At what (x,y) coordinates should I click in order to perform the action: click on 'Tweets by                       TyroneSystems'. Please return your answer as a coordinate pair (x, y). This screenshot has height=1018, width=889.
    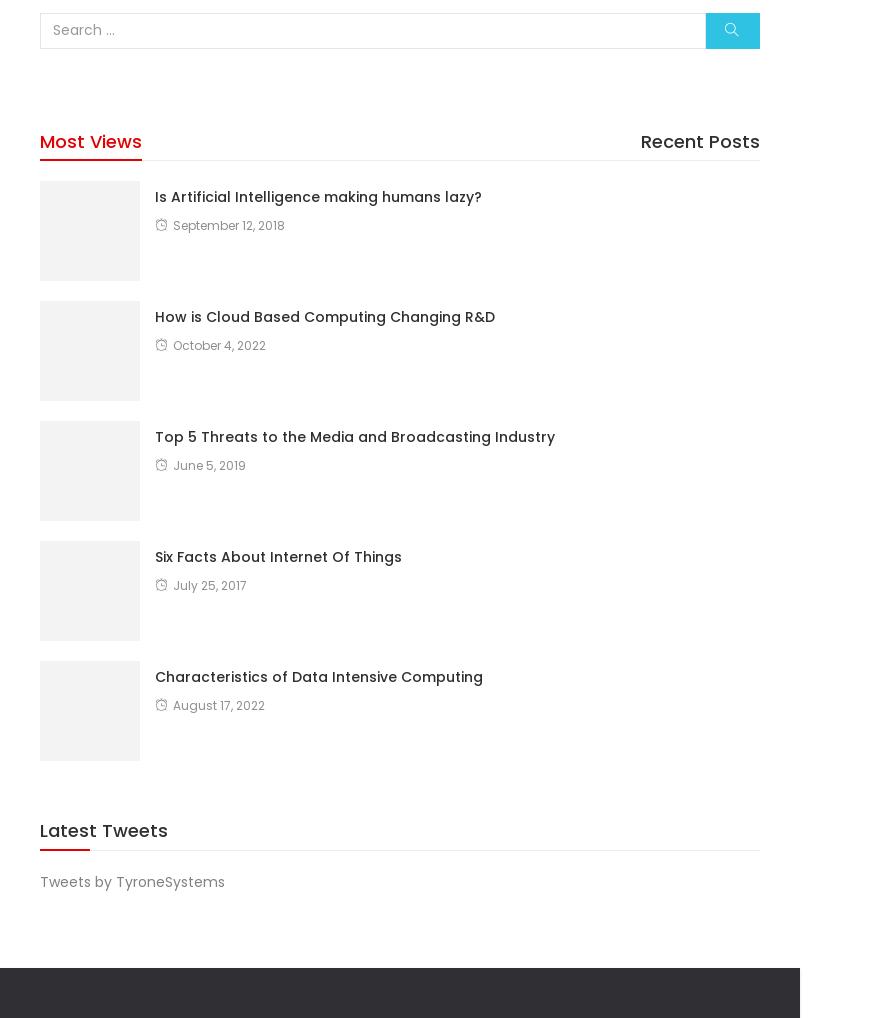
    Looking at the image, I should click on (40, 881).